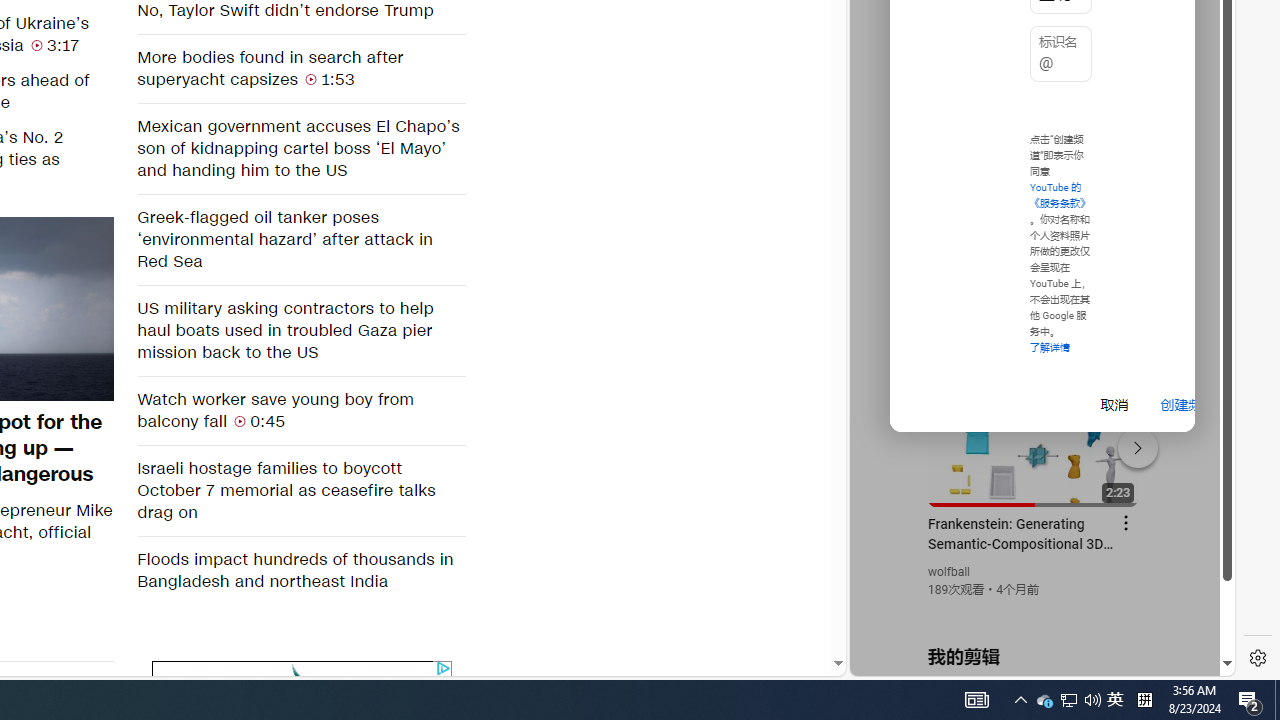 Image resolution: width=1280 pixels, height=720 pixels. What do you see at coordinates (948, 572) in the screenshot?
I see `'wolfball'` at bounding box center [948, 572].